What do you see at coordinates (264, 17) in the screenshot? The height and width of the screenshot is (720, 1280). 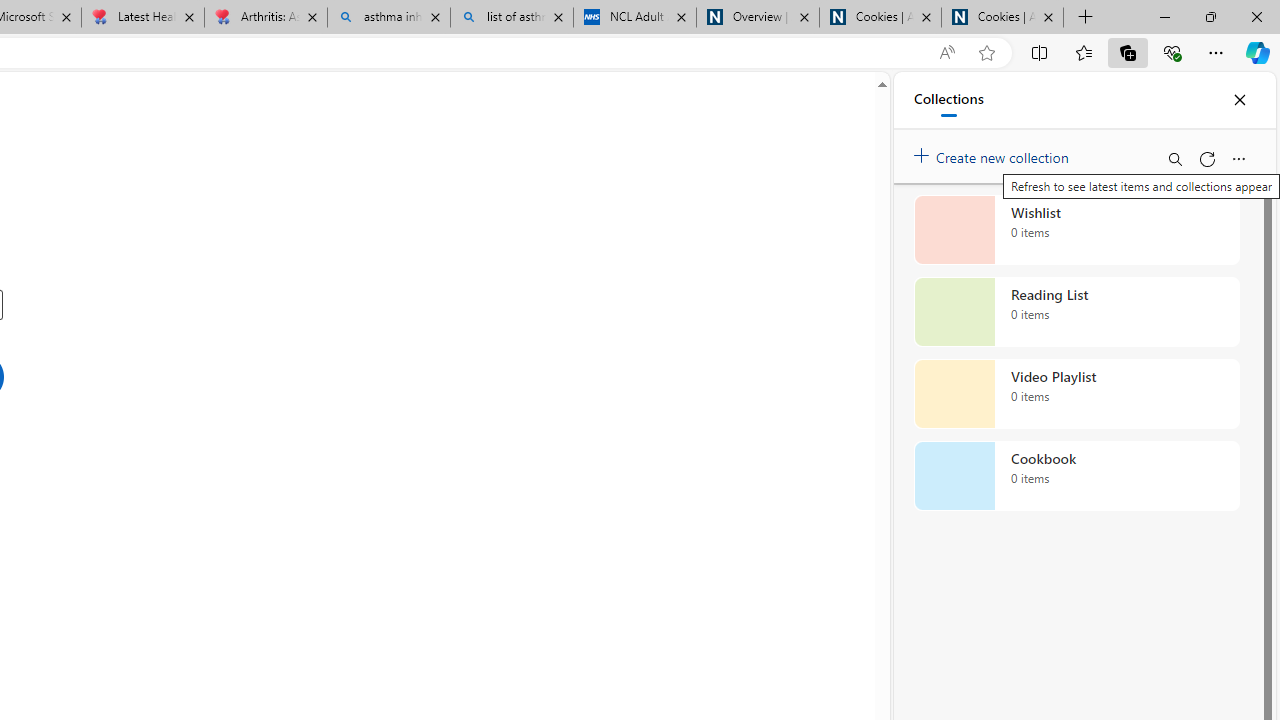 I see `'Arthritis: Ask Health Professionals'` at bounding box center [264, 17].